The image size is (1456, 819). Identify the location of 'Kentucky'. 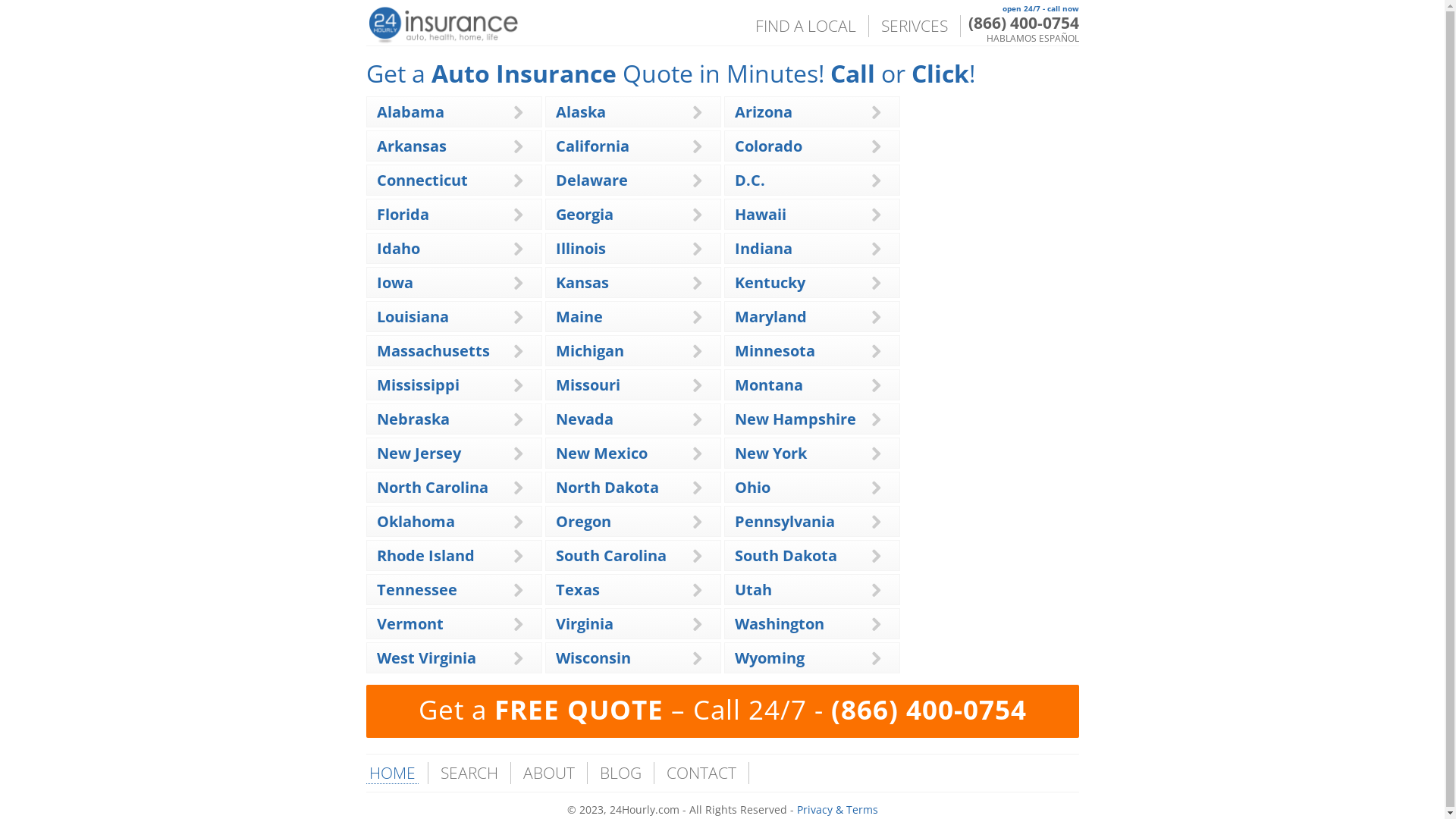
(769, 282).